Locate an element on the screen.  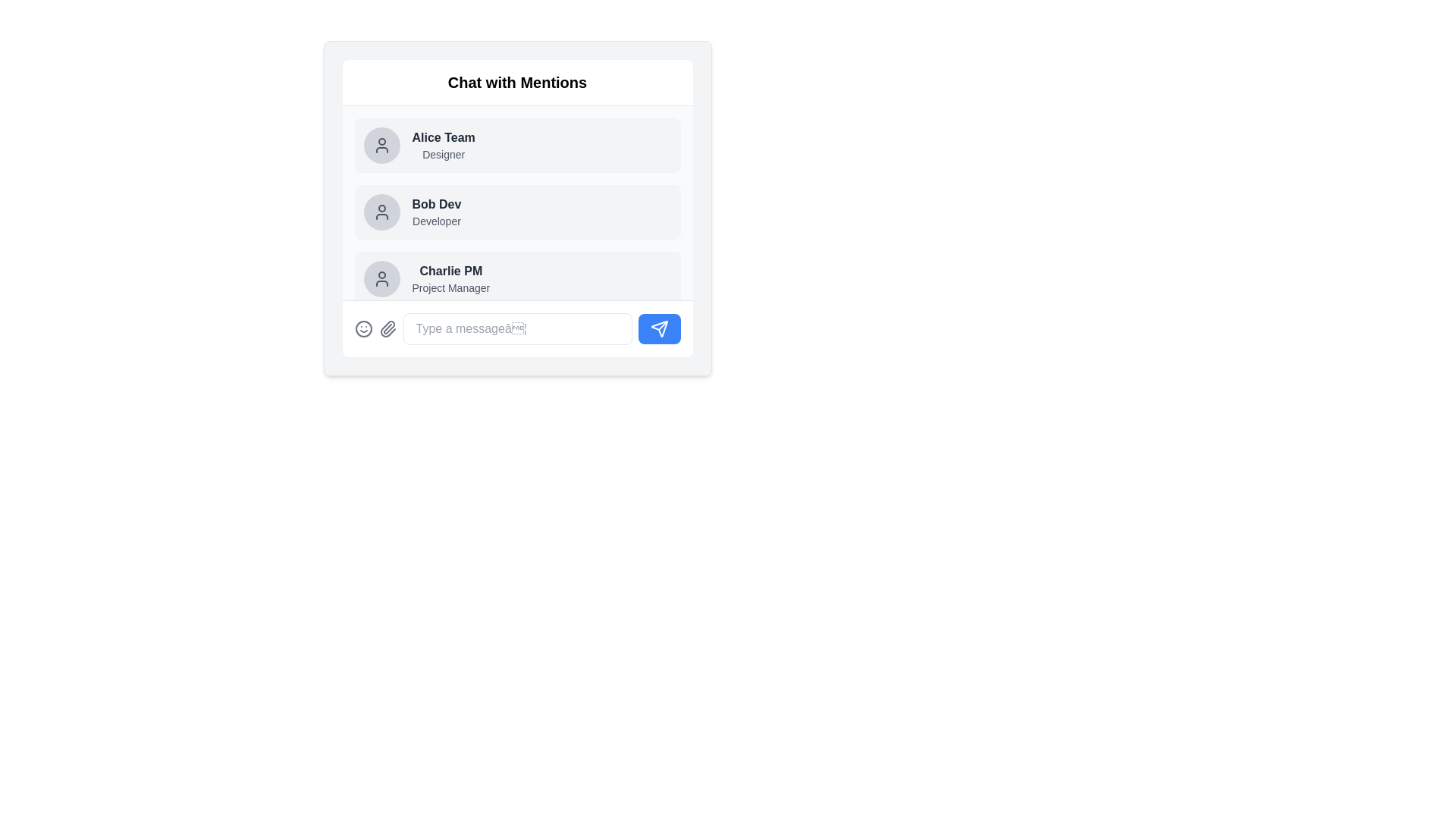
the label displaying the user's name, which is the second item in the contacts list, located between 'Alice Team' and 'Charlie PM' is located at coordinates (436, 205).